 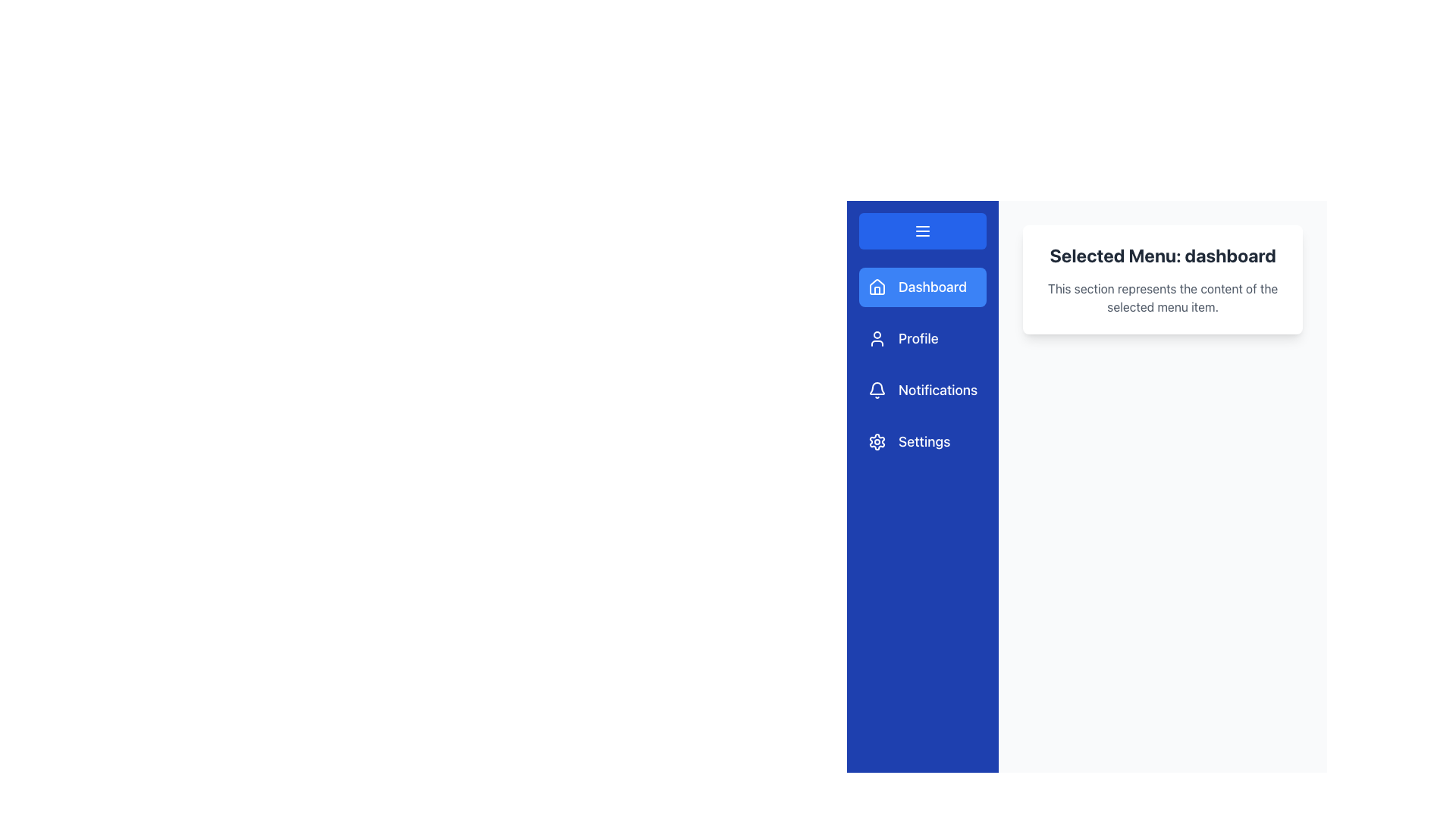 I want to click on the user profile icon in the sidebar, so click(x=877, y=338).